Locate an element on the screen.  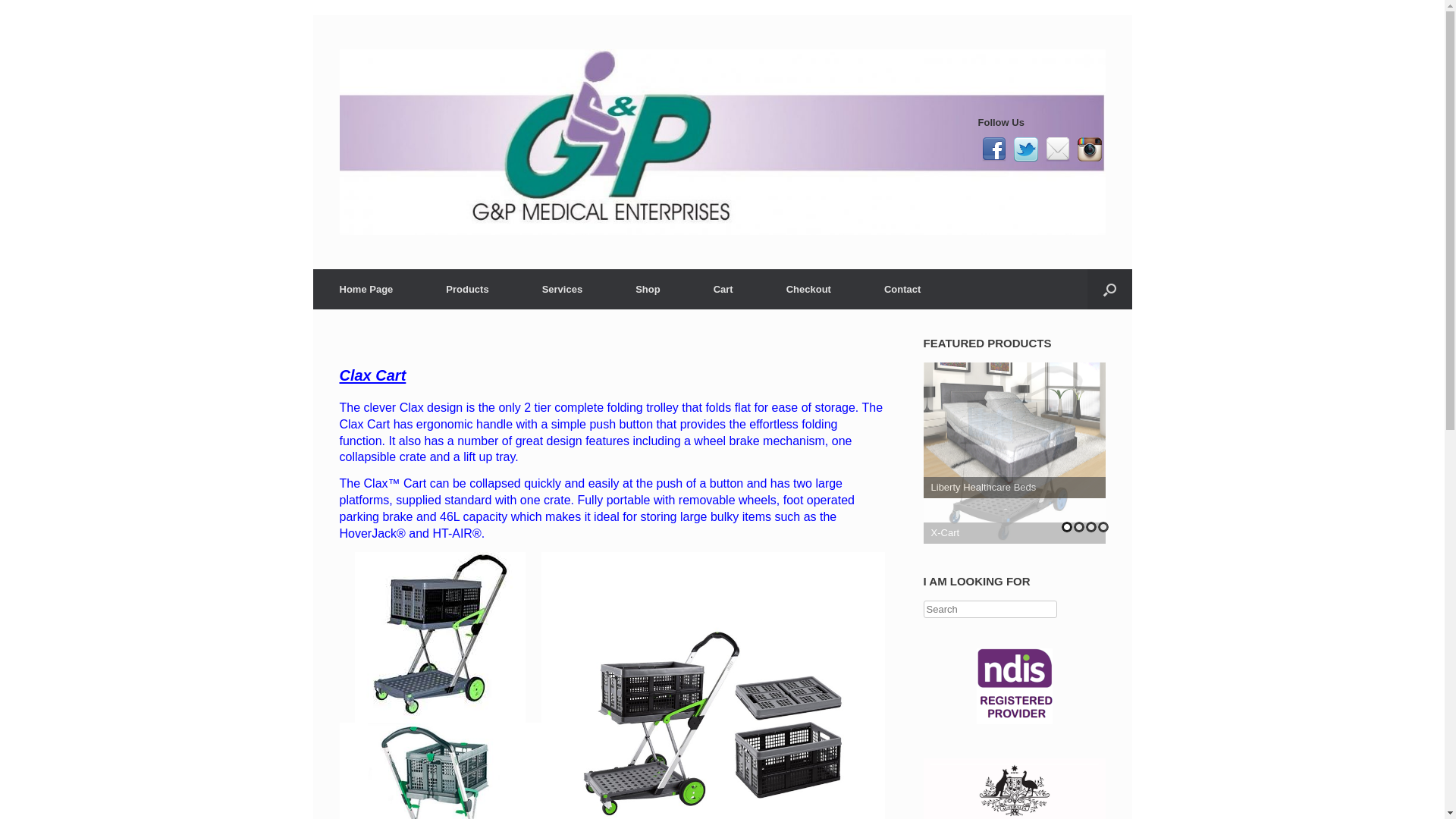
'Cart' is located at coordinates (723, 289).